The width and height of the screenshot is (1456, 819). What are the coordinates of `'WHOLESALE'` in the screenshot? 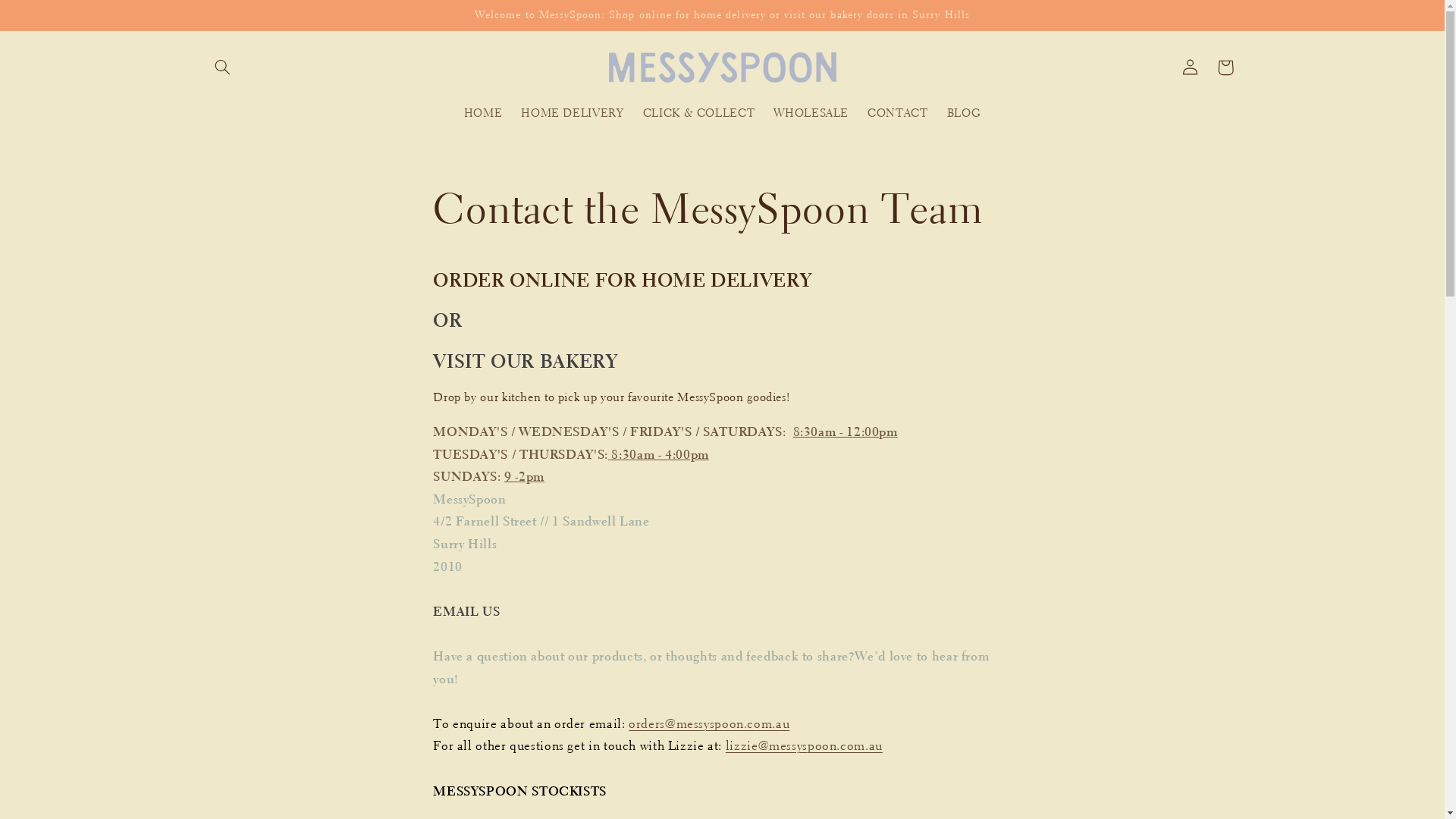 It's located at (764, 113).